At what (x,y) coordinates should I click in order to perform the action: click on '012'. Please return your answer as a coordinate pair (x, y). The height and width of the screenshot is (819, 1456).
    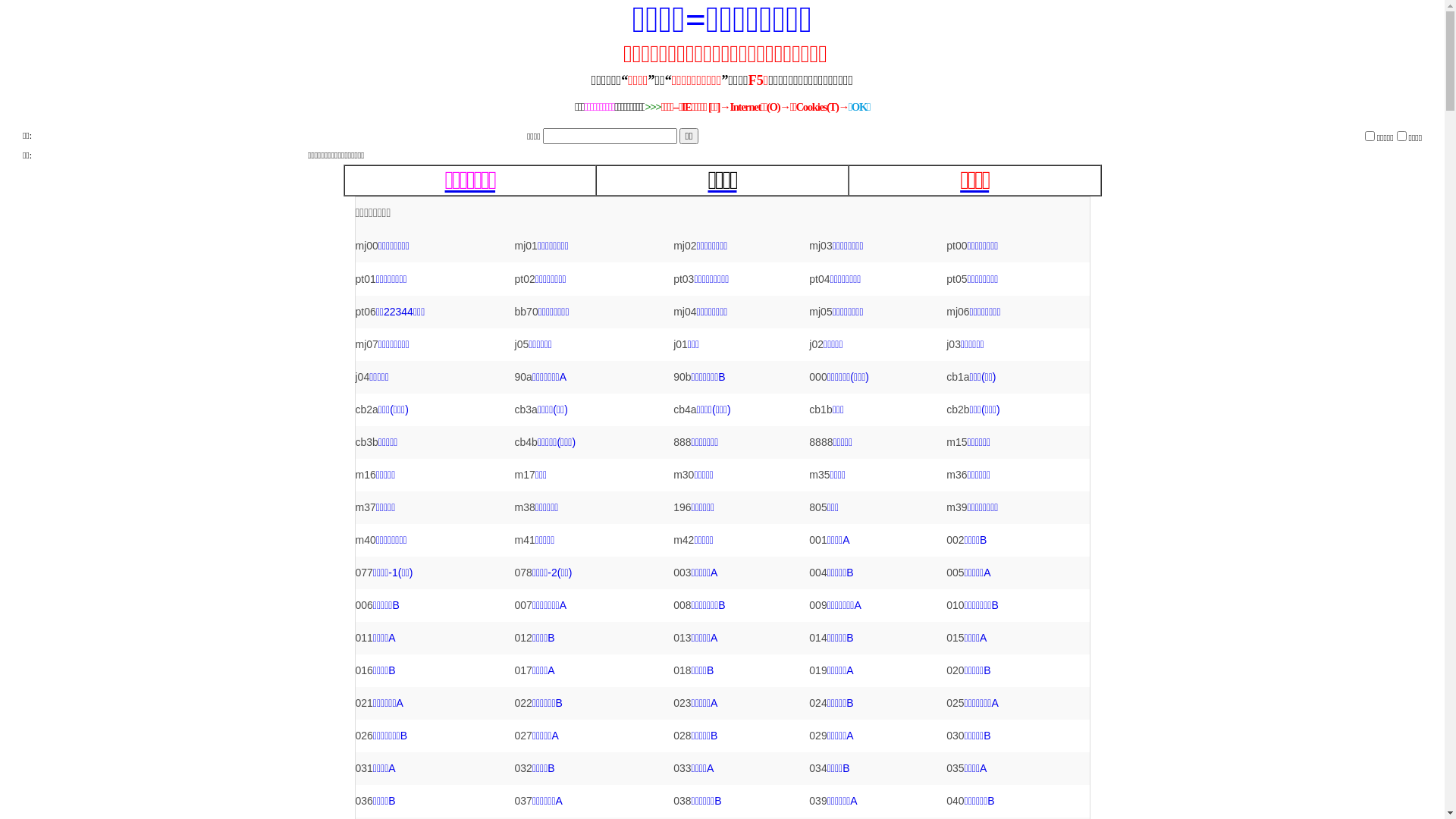
    Looking at the image, I should click on (523, 637).